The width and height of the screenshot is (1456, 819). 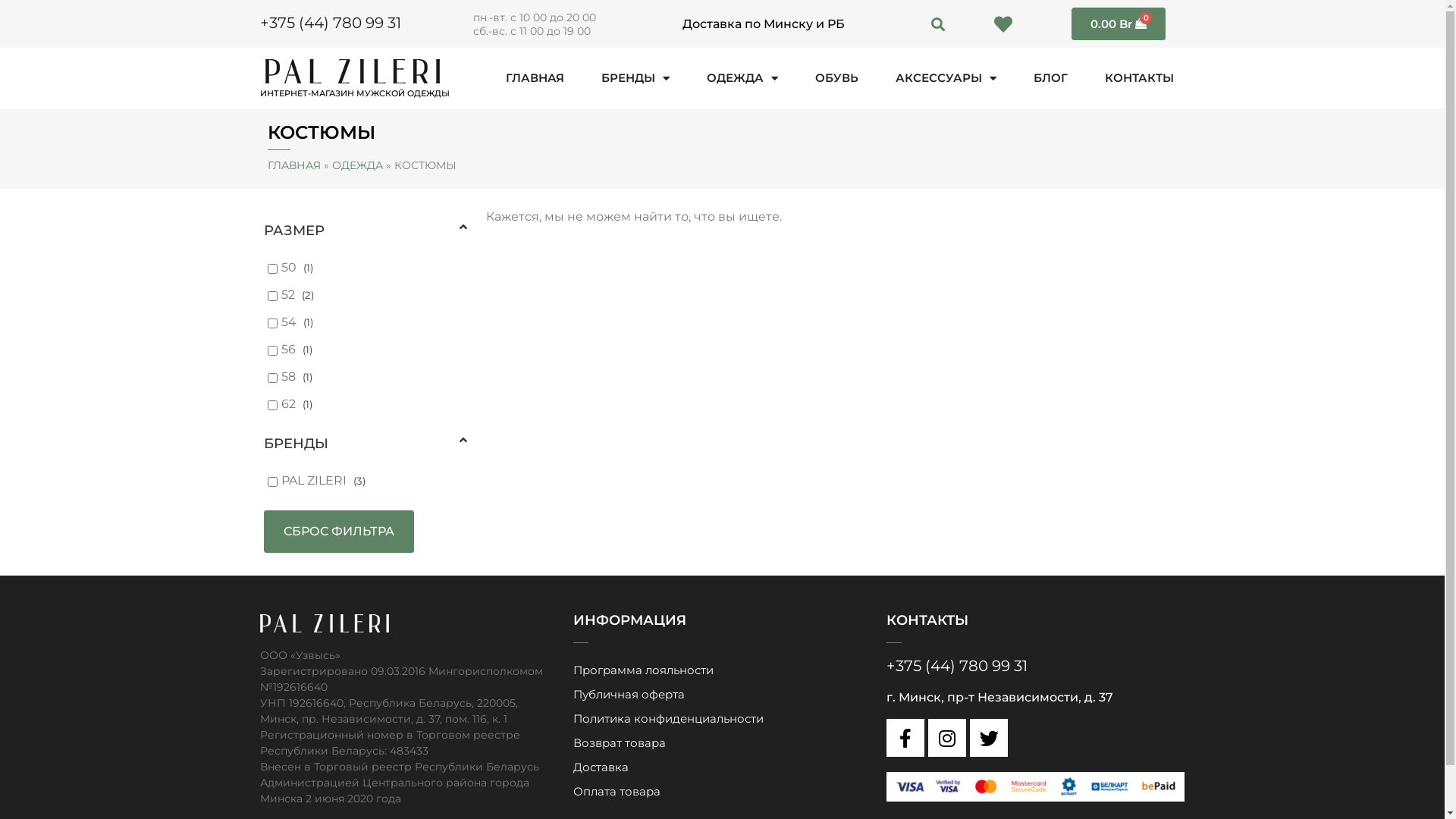 I want to click on '+375 (44) 780 99 31', so click(x=329, y=23).